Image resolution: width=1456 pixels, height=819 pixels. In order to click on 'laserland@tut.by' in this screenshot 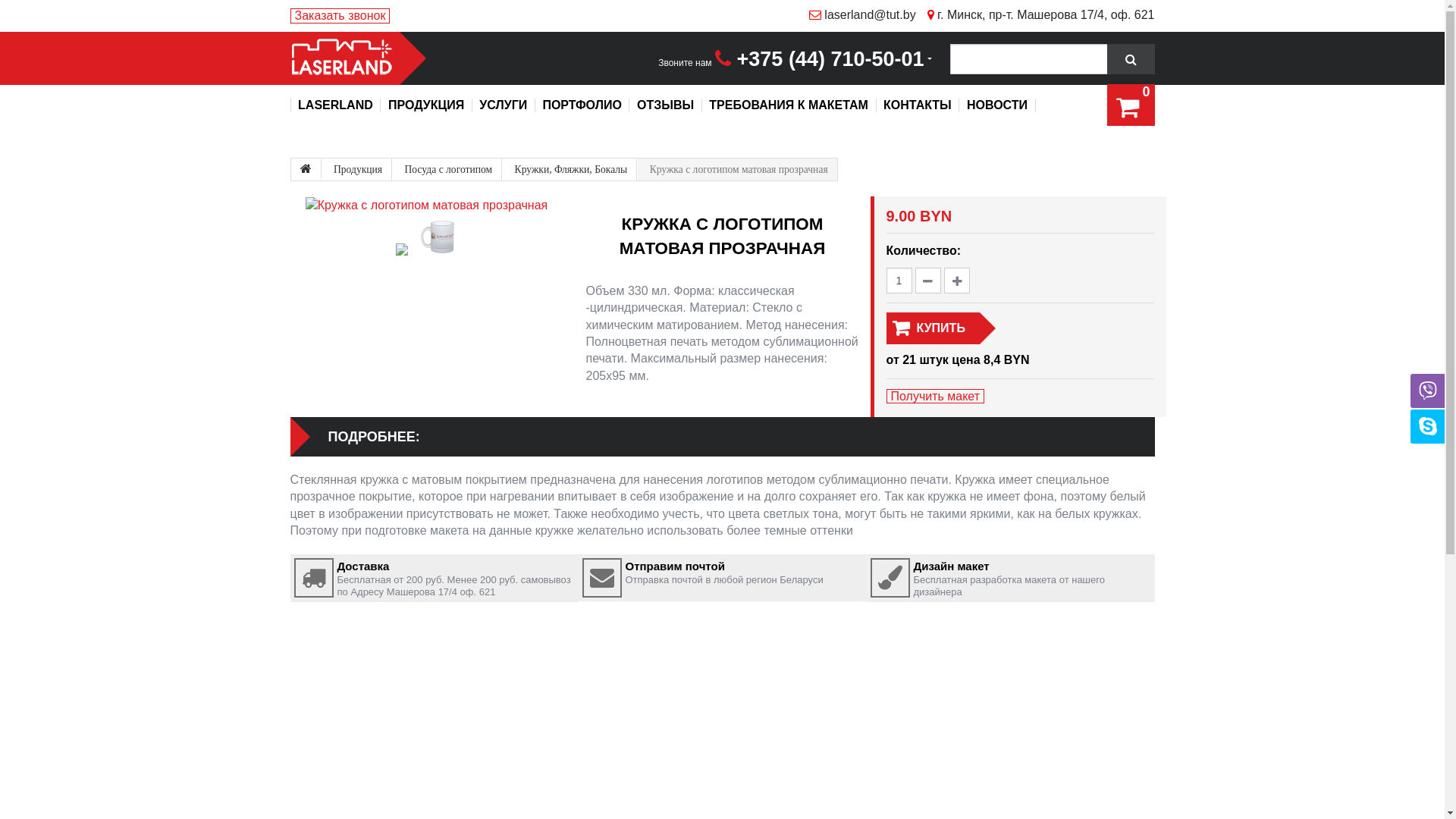, I will do `click(796, 14)`.